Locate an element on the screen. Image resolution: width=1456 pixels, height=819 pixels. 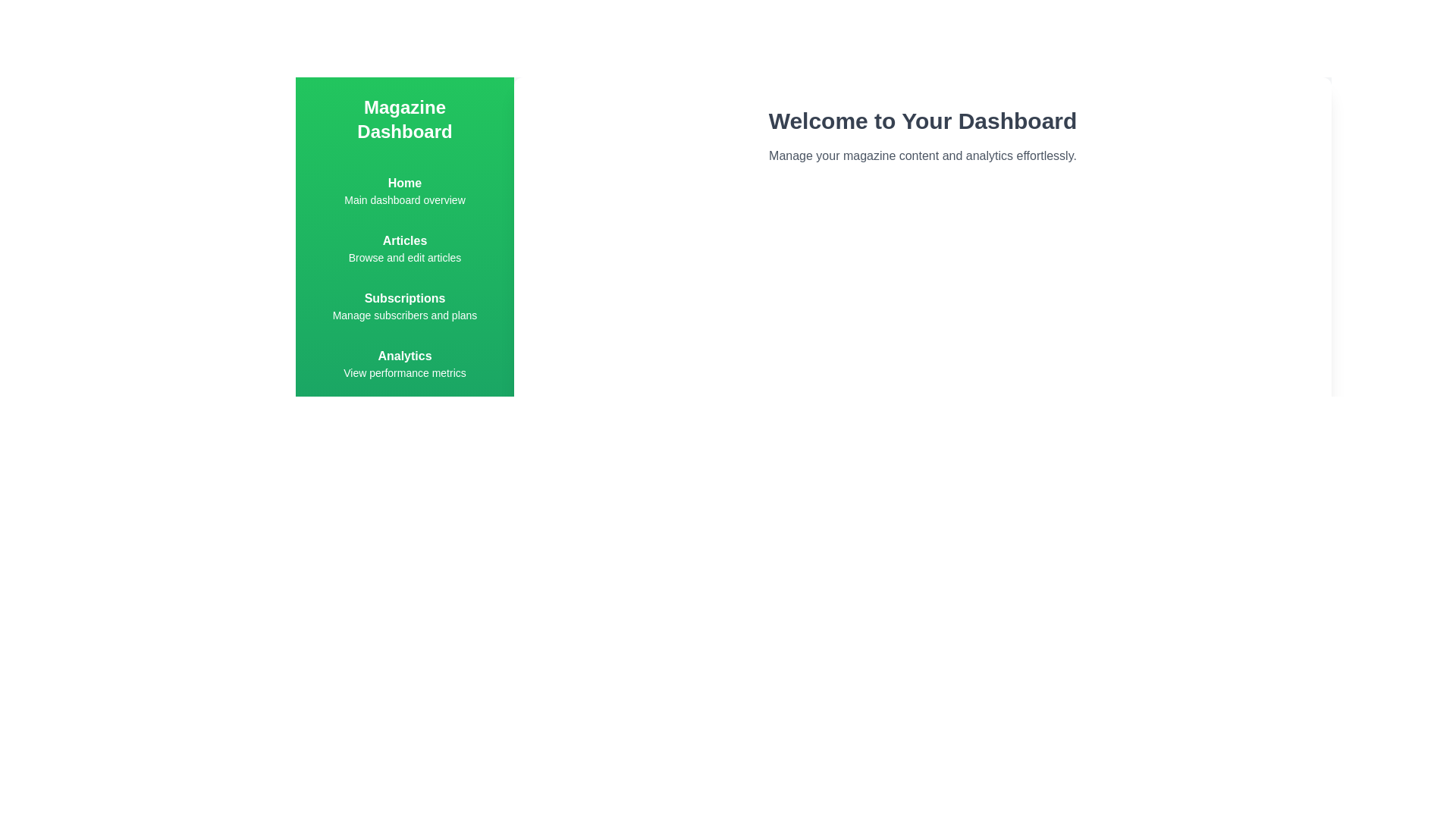
the Articles menu item in the navigation menu is located at coordinates (404, 247).